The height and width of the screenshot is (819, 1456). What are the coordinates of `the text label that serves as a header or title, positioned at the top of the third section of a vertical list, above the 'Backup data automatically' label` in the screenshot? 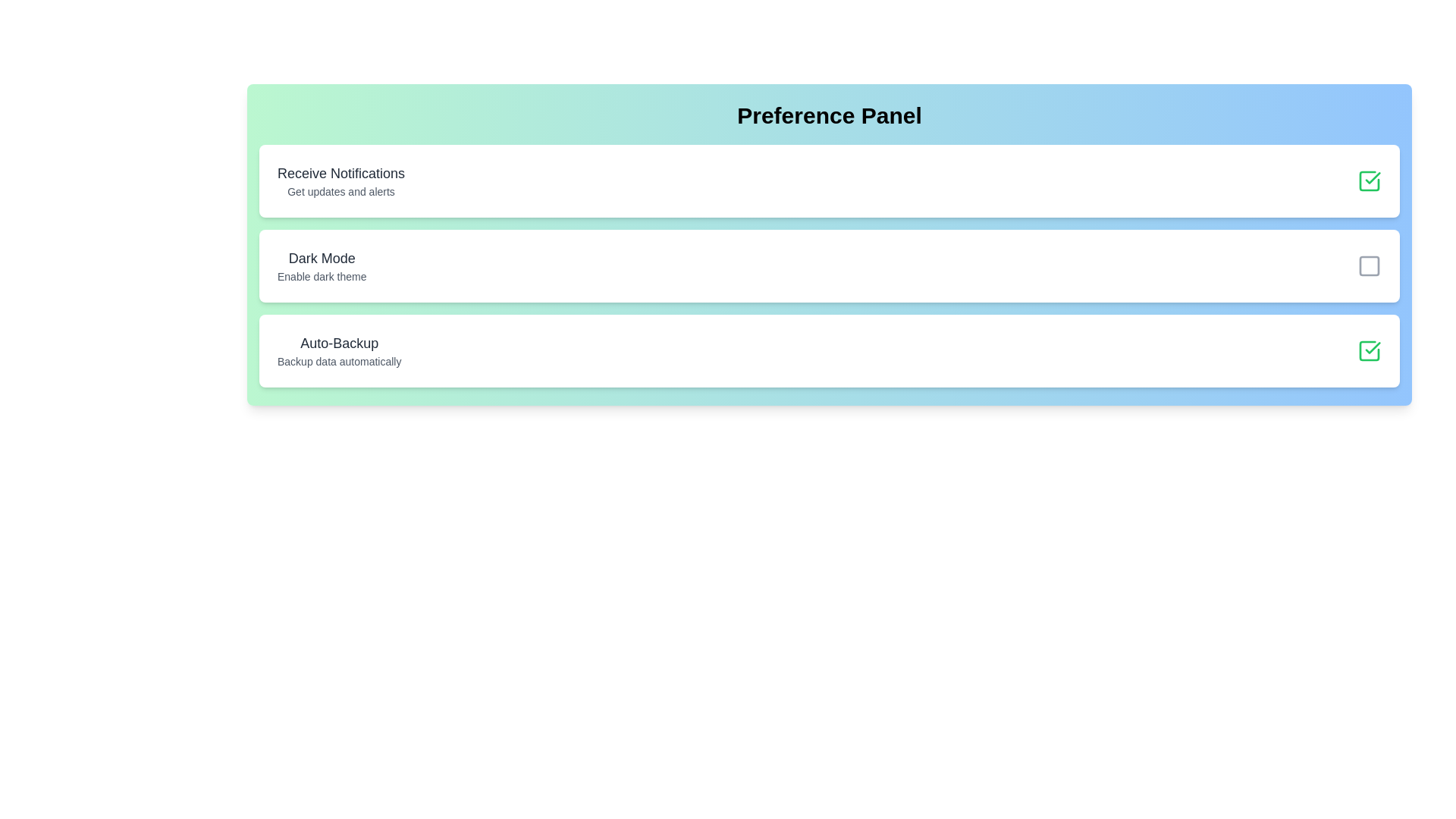 It's located at (338, 343).